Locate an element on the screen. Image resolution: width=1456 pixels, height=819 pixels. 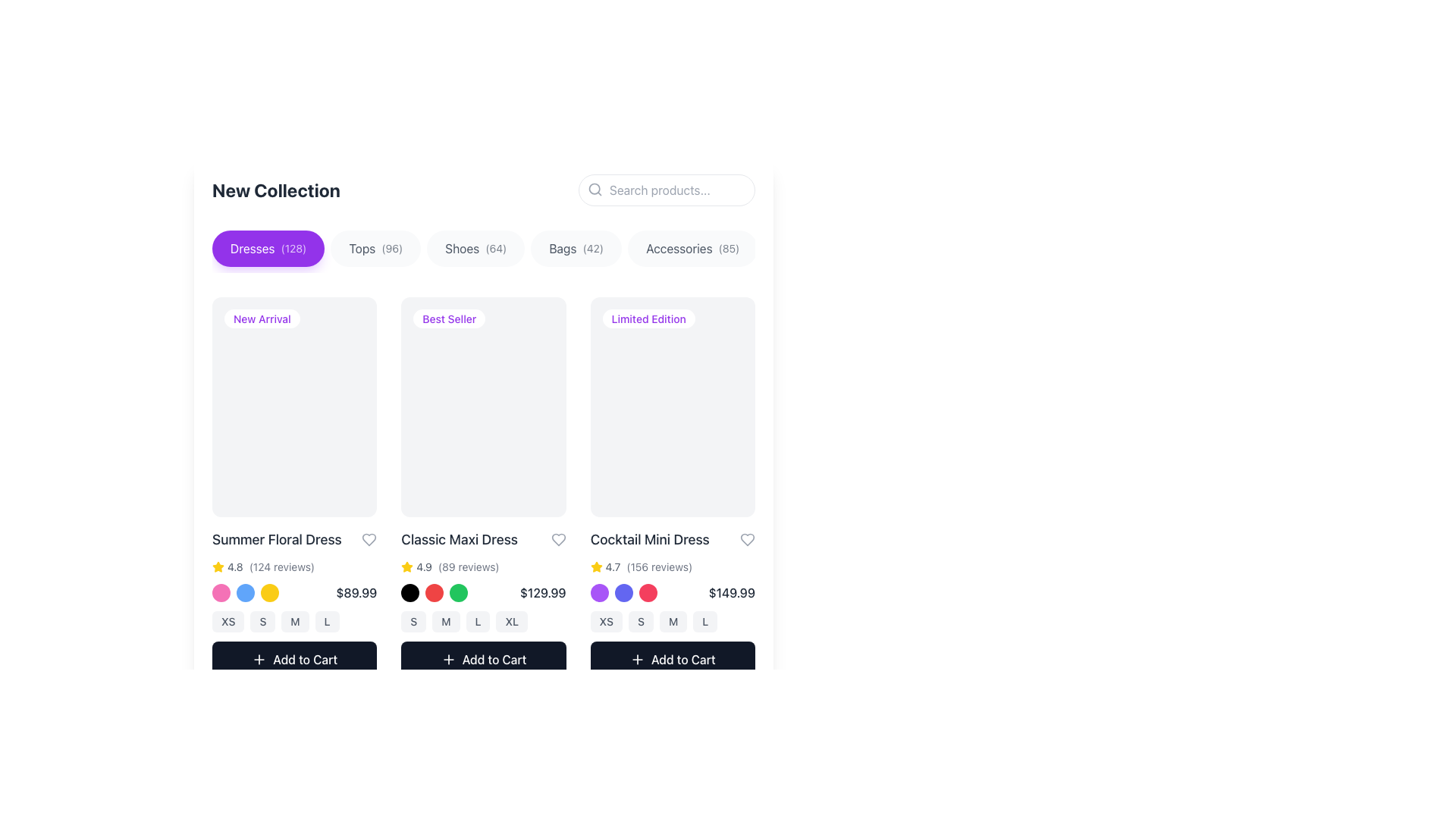
the Size selector buttons for the product 'Classic Maxi Dress' is located at coordinates (483, 621).